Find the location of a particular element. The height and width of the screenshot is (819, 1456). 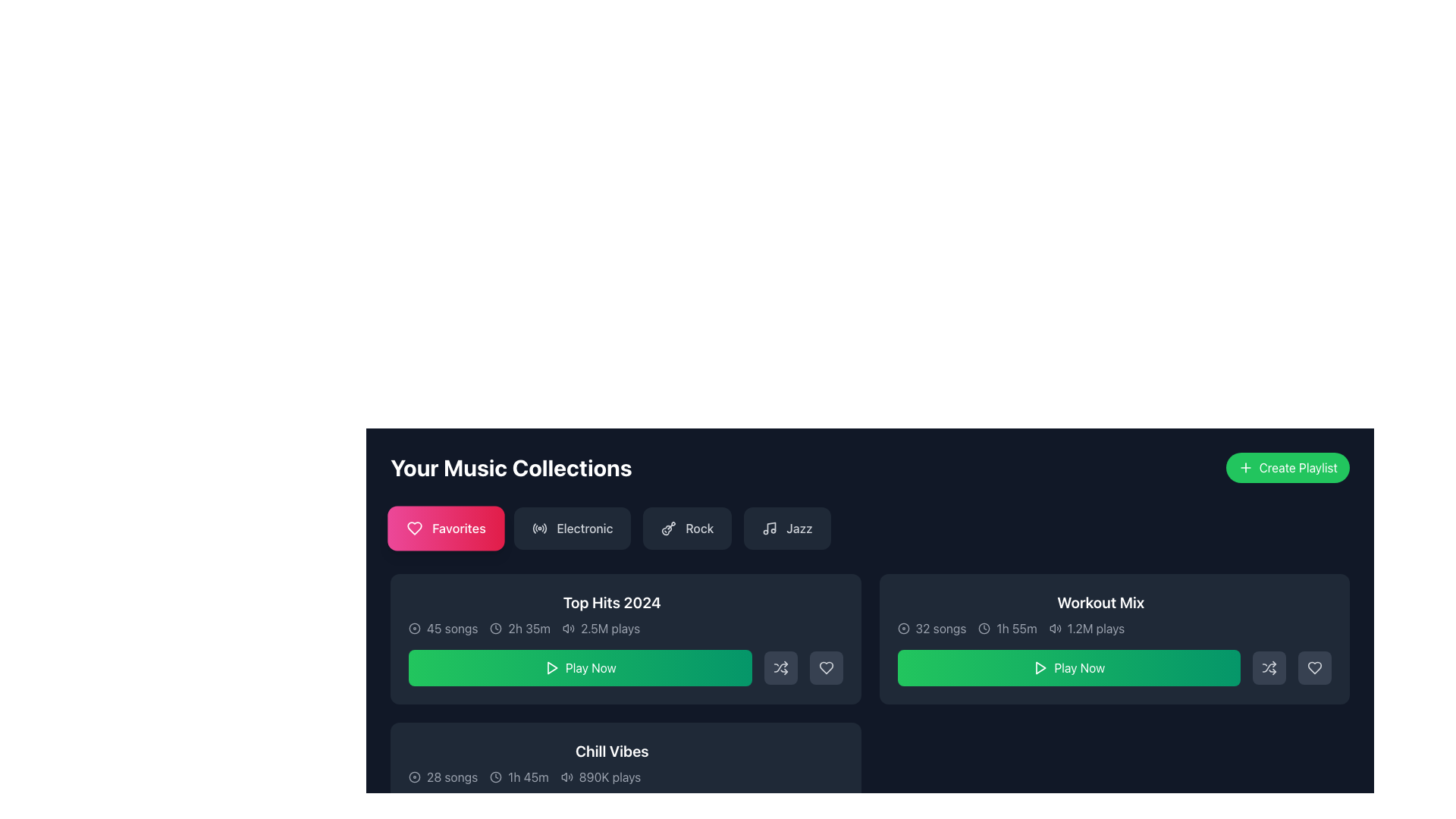

the music playback button located to the right of the song information for the workout mix is located at coordinates (1068, 667).